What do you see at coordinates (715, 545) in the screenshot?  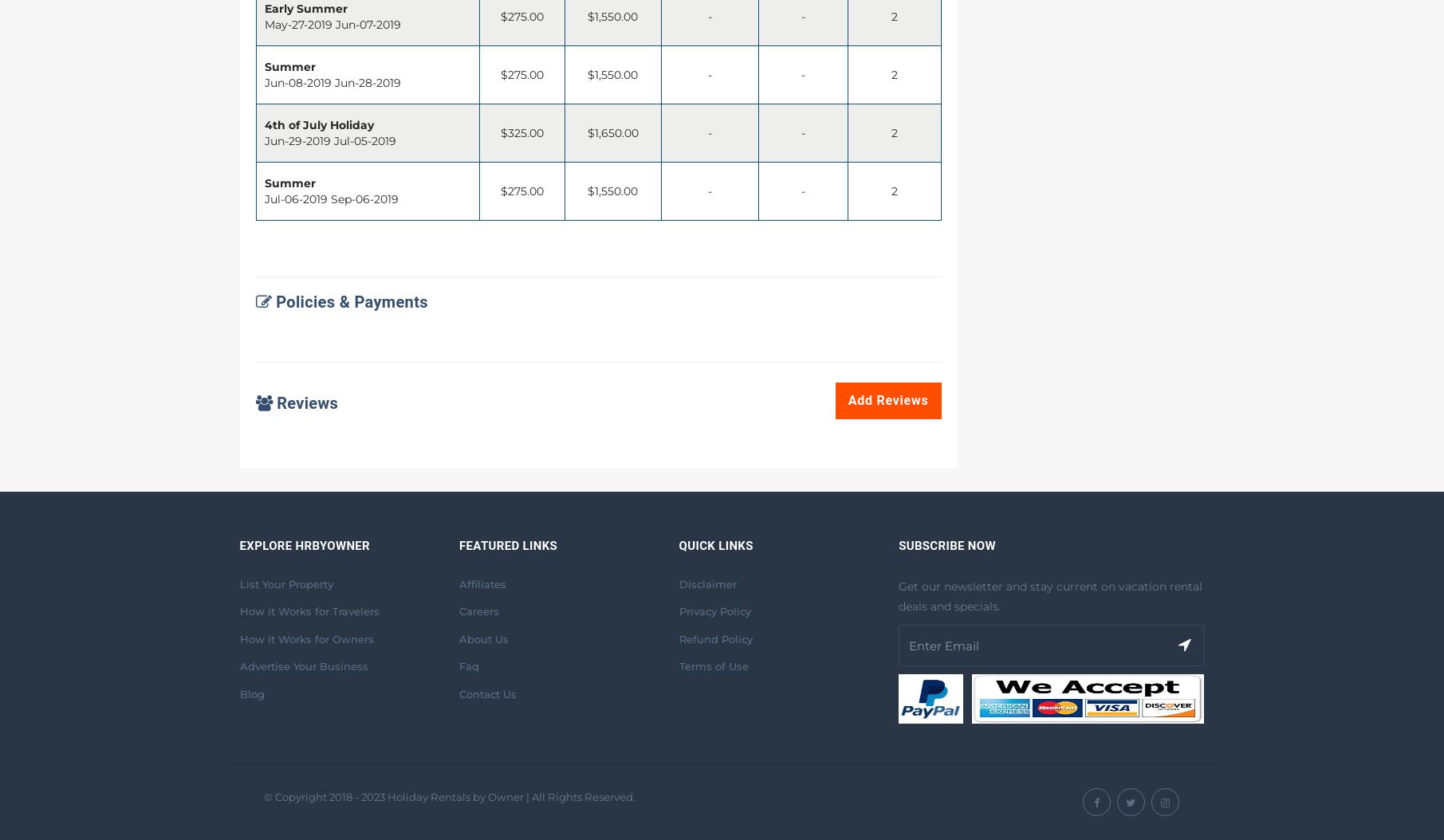 I see `'QUICK LINKS'` at bounding box center [715, 545].